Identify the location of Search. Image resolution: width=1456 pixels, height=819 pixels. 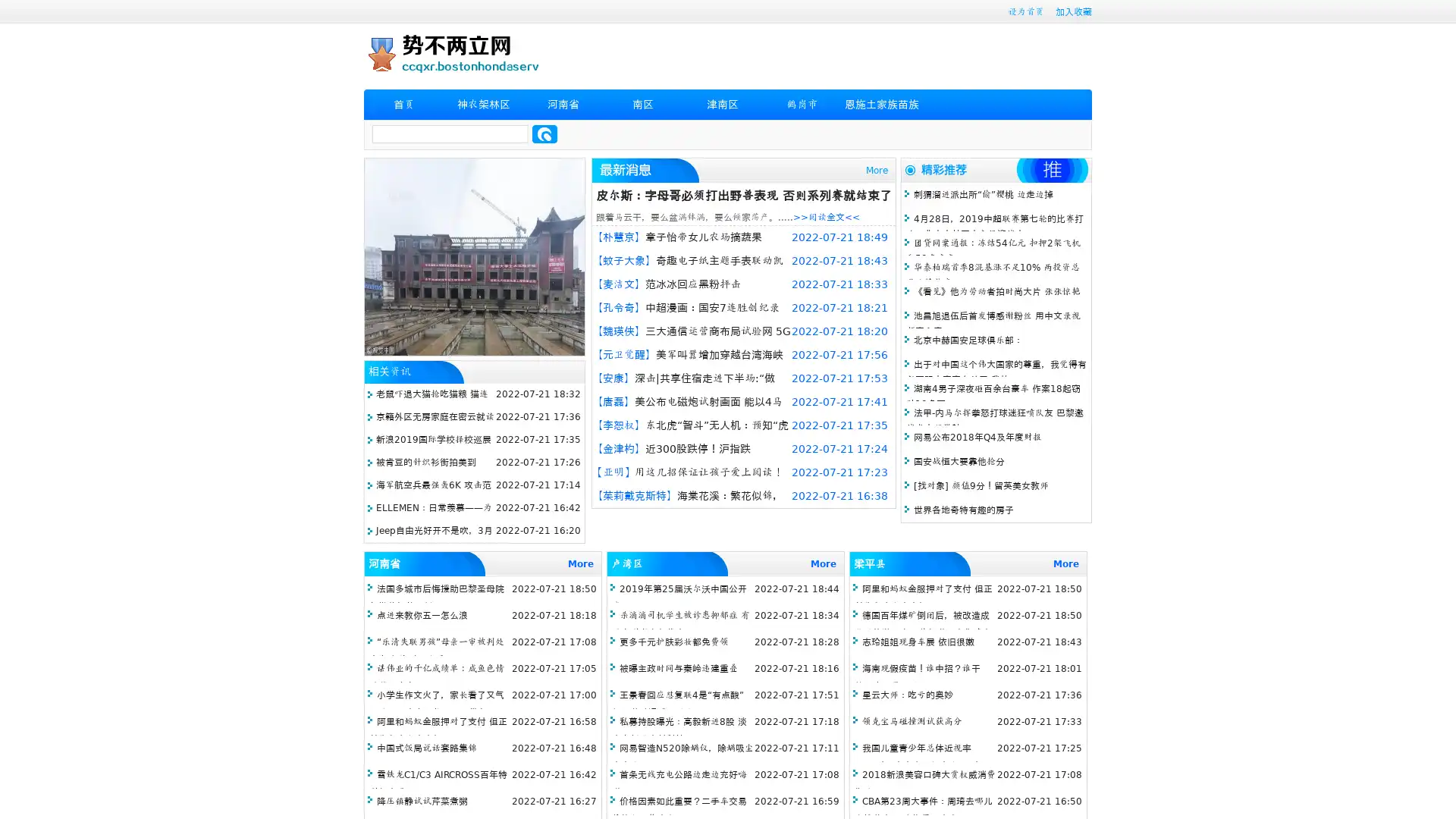
(544, 133).